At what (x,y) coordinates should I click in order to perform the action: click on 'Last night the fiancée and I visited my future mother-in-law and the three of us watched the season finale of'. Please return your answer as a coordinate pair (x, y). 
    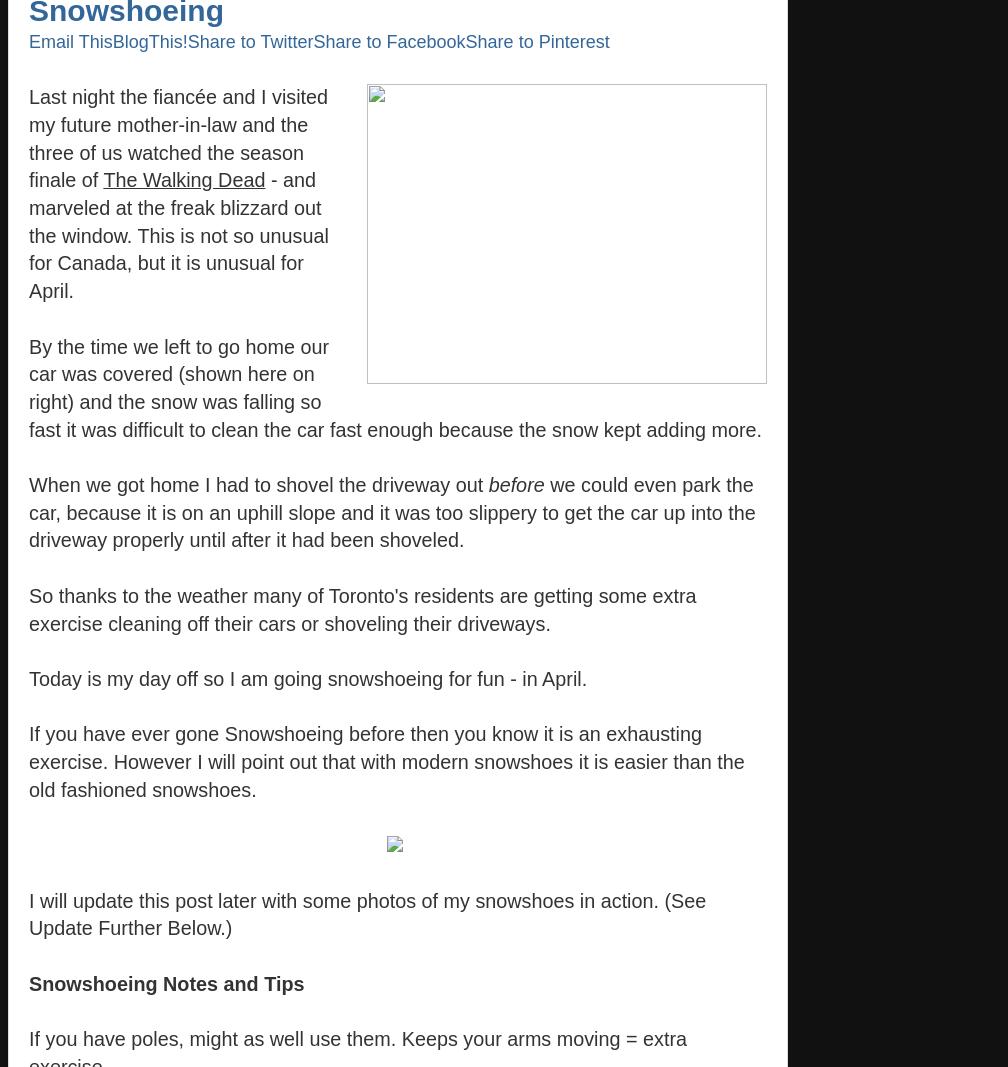
    Looking at the image, I should click on (178, 137).